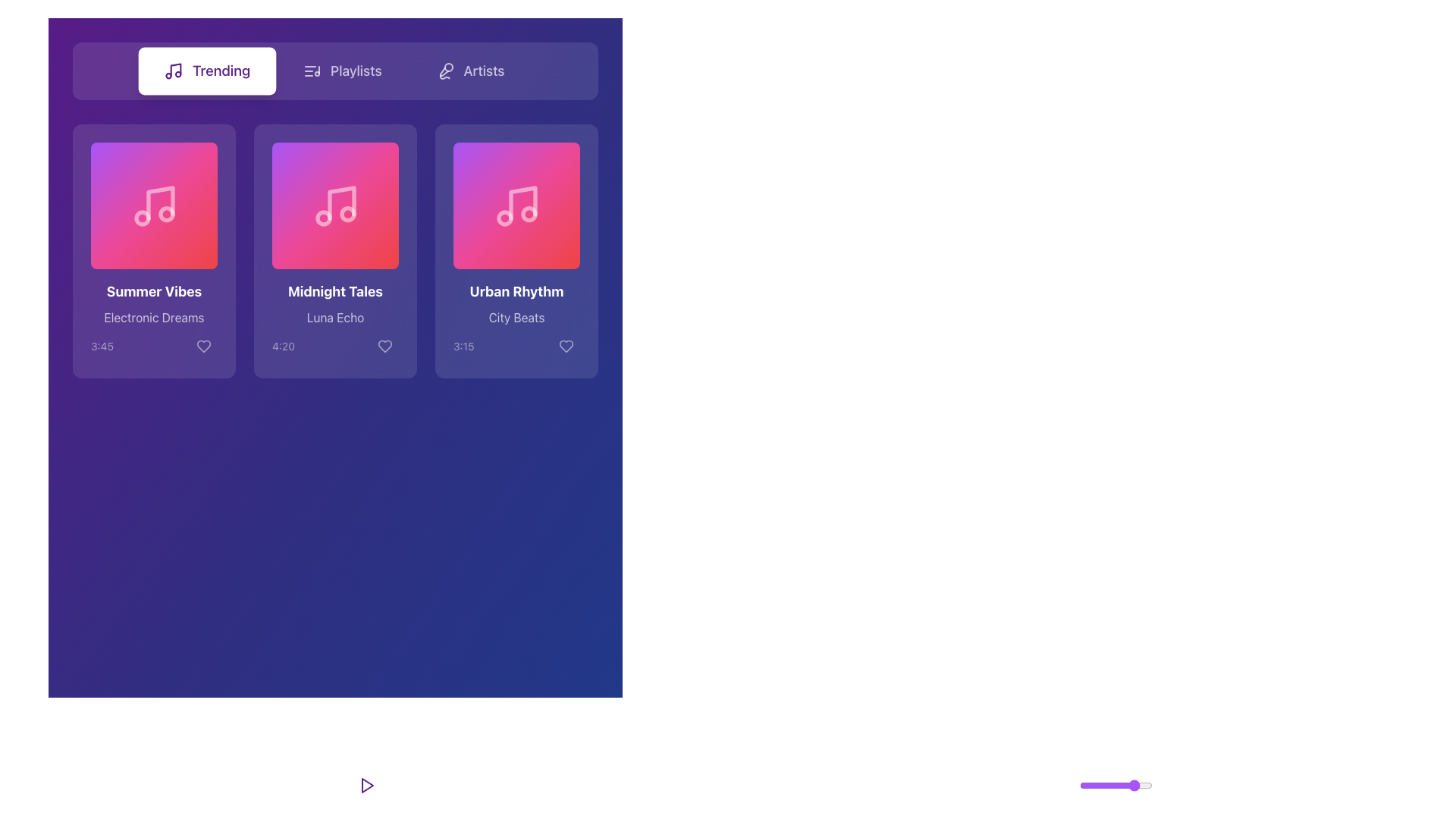  What do you see at coordinates (1136, 785) in the screenshot?
I see `the value of the slider` at bounding box center [1136, 785].